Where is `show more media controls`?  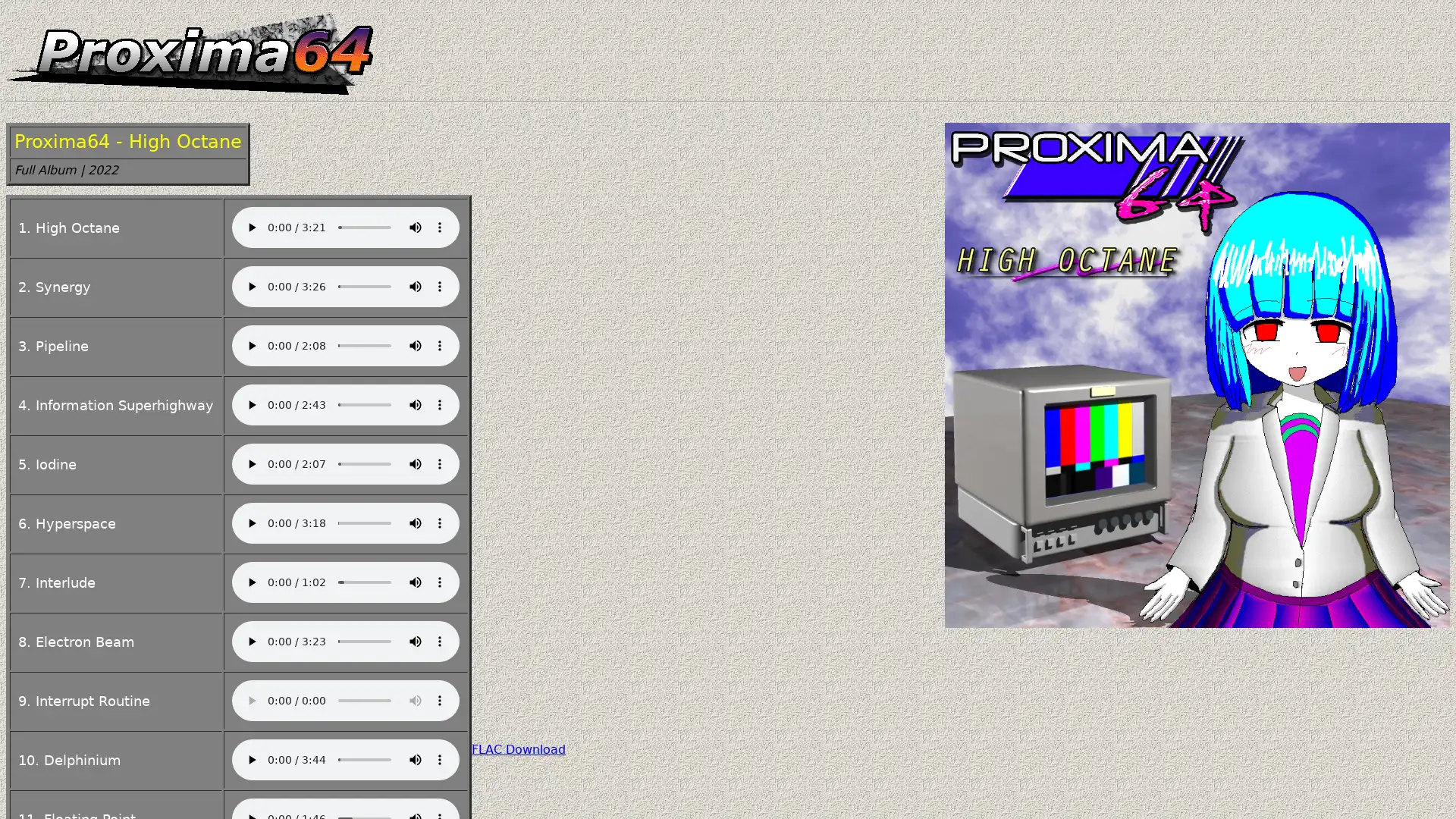 show more media controls is located at coordinates (439, 463).